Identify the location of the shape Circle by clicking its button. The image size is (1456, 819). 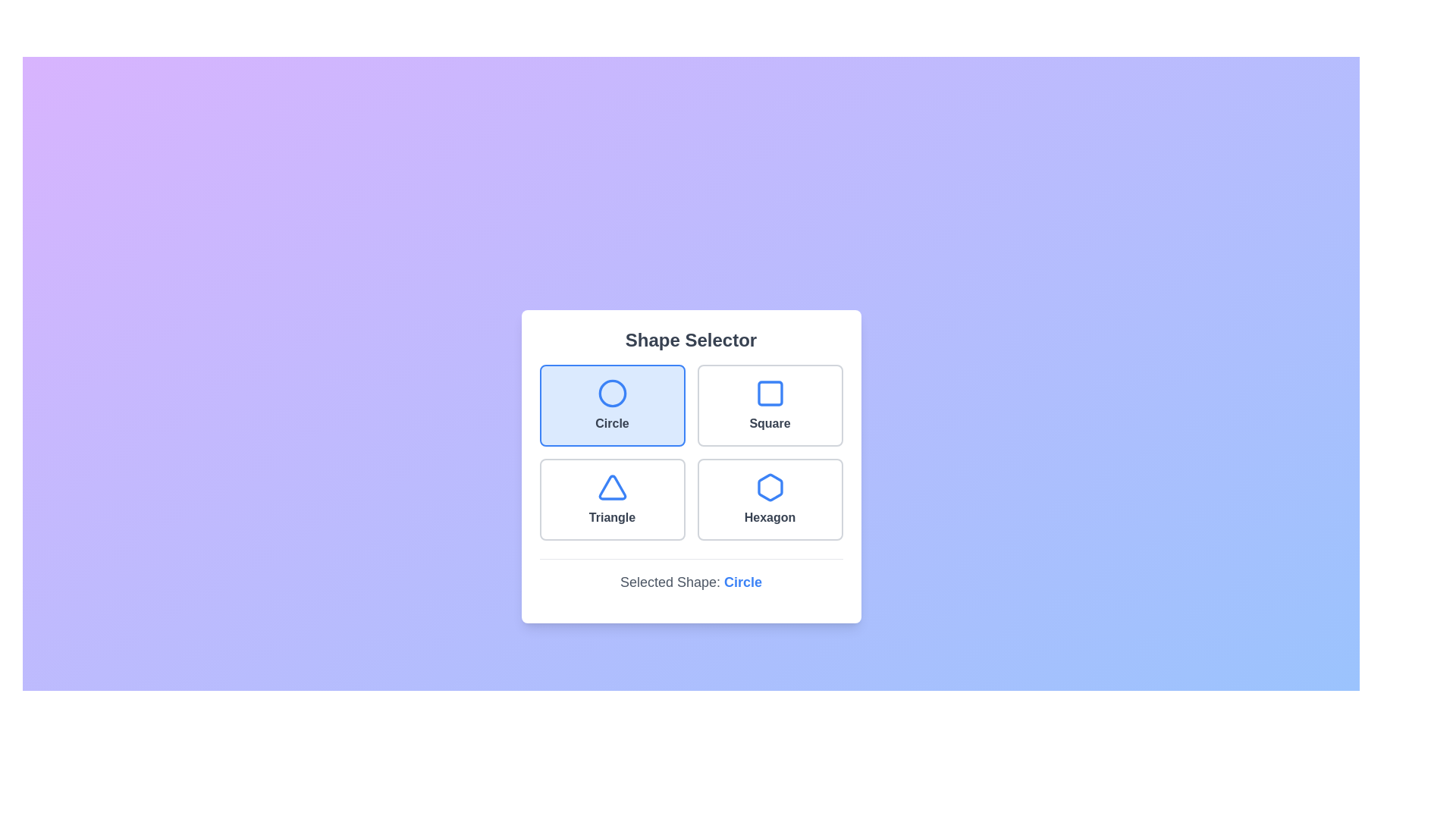
(612, 404).